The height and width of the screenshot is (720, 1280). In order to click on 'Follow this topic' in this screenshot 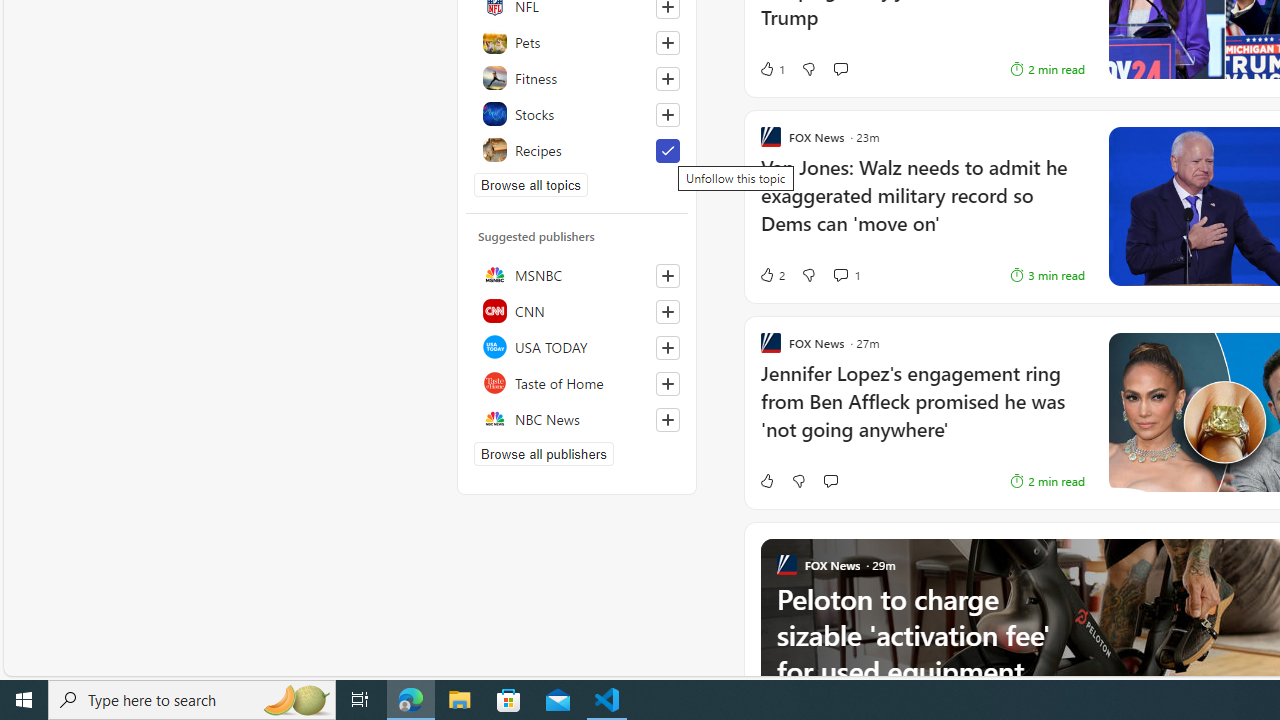, I will do `click(668, 114)`.